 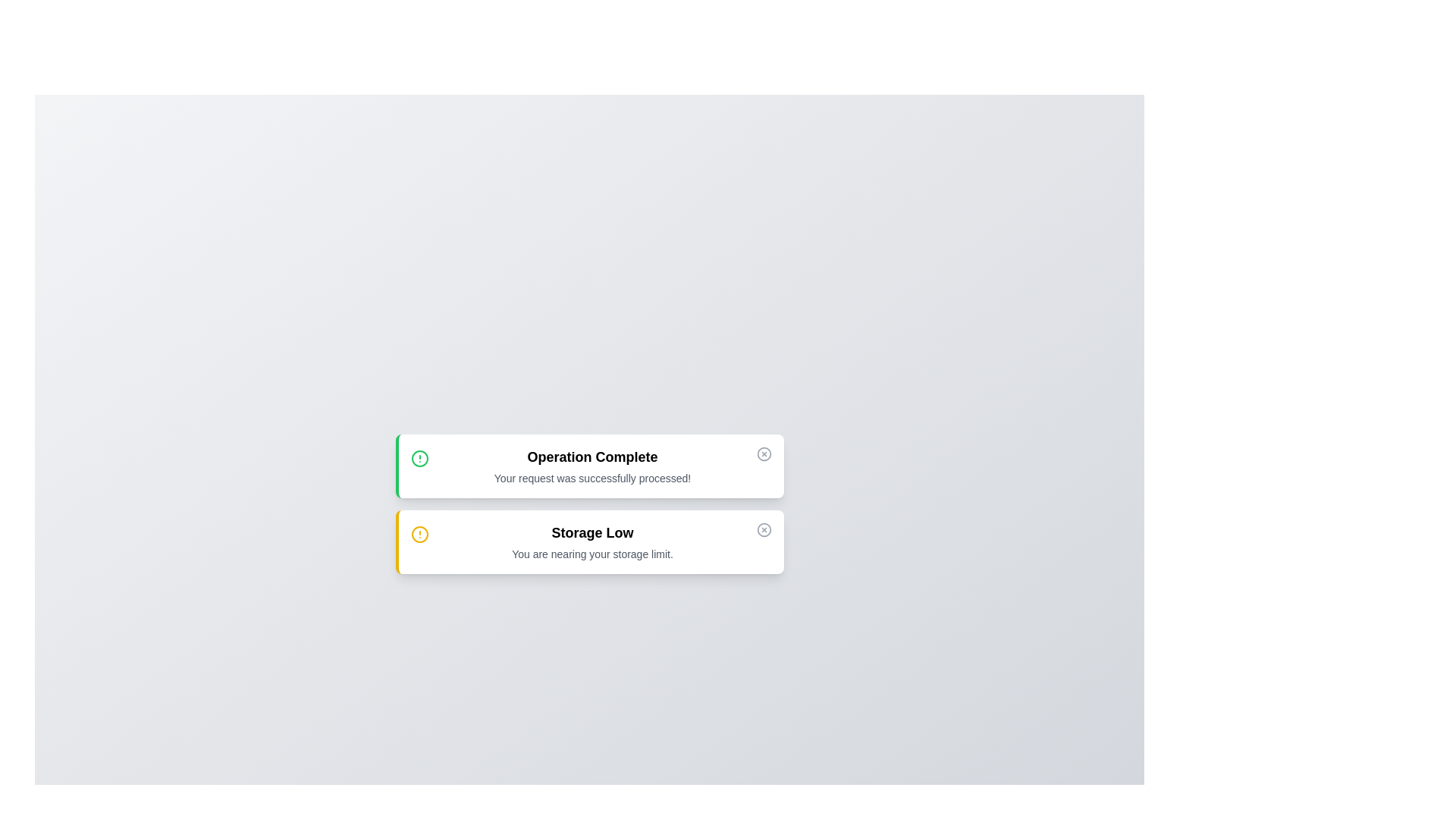 What do you see at coordinates (588, 465) in the screenshot?
I see `the alert box to observe the scaling effect` at bounding box center [588, 465].